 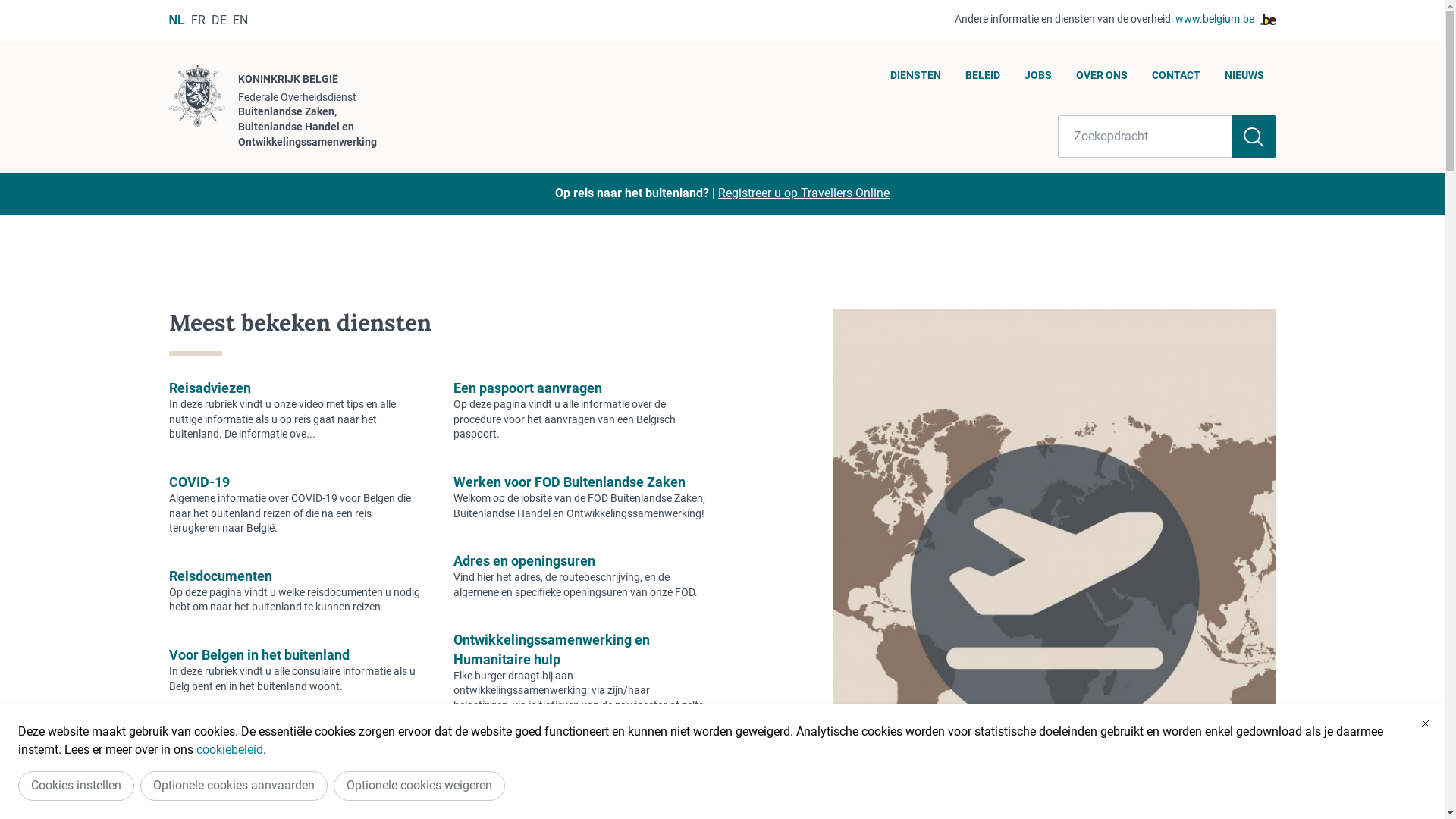 What do you see at coordinates (258, 654) in the screenshot?
I see `'Voor Belgen in het buitenland'` at bounding box center [258, 654].